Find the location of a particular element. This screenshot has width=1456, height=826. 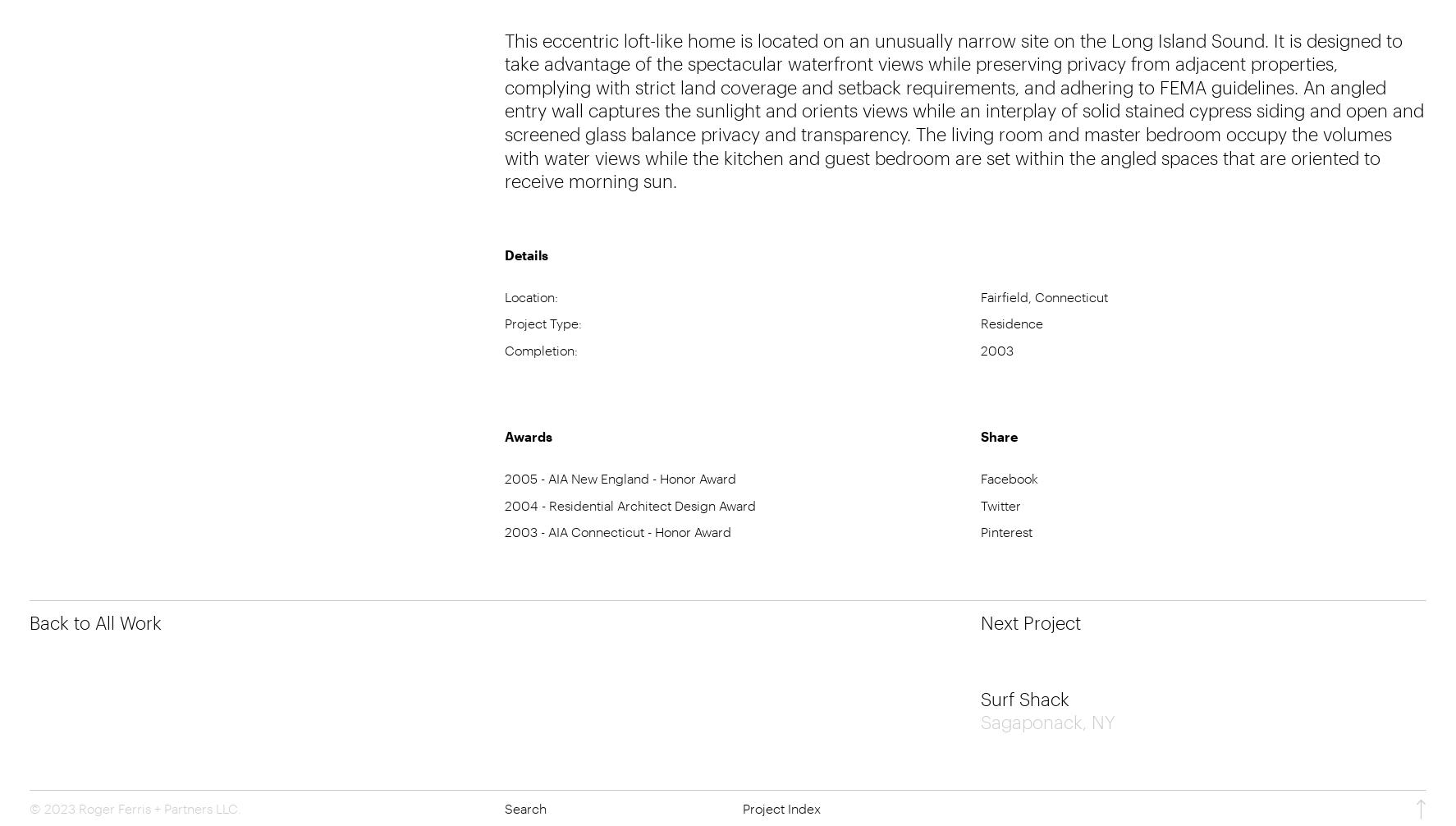

'2003 - AIA Connecticut - Honor Award' is located at coordinates (504, 531).